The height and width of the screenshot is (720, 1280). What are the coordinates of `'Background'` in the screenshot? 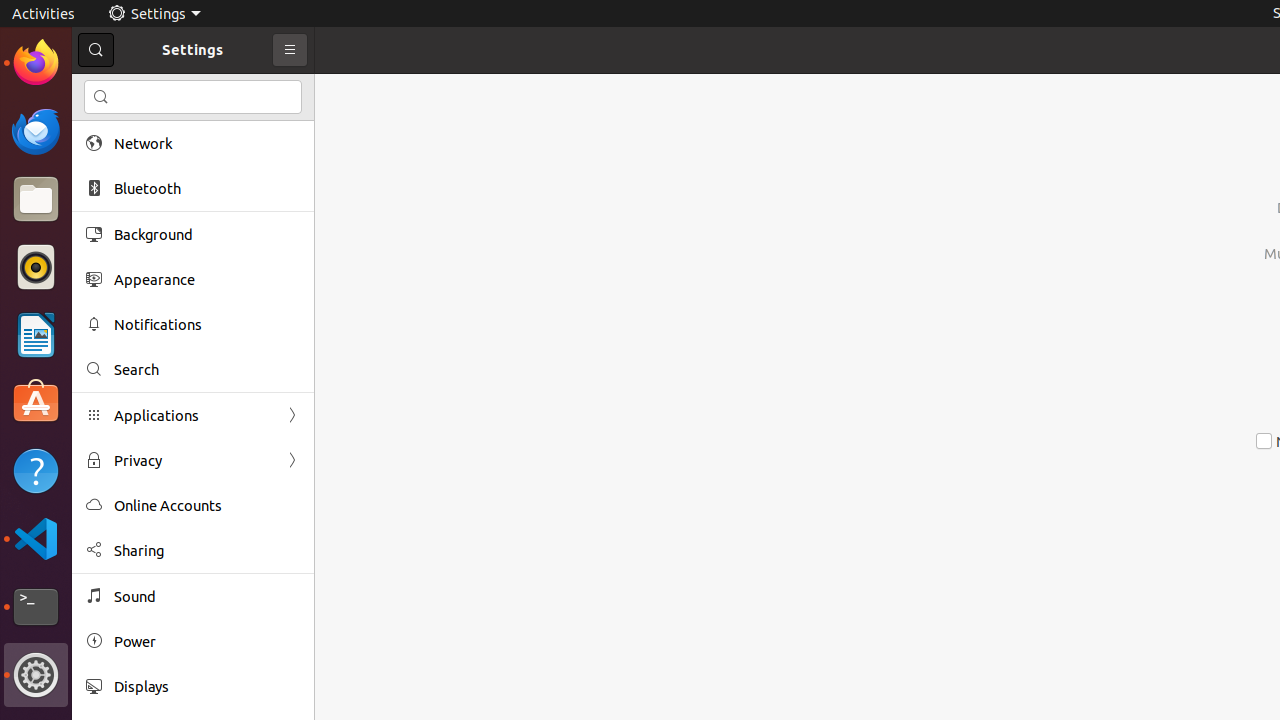 It's located at (206, 233).